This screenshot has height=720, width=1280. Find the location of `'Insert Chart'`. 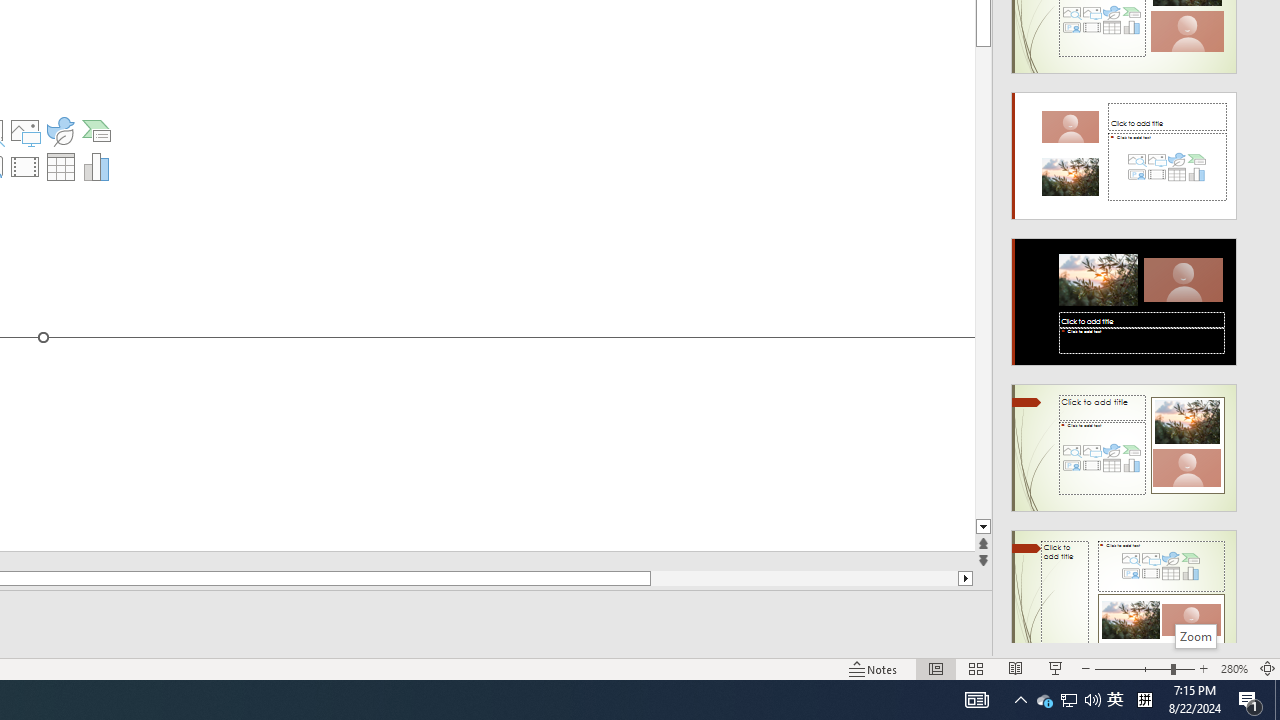

'Insert Chart' is located at coordinates (95, 166).